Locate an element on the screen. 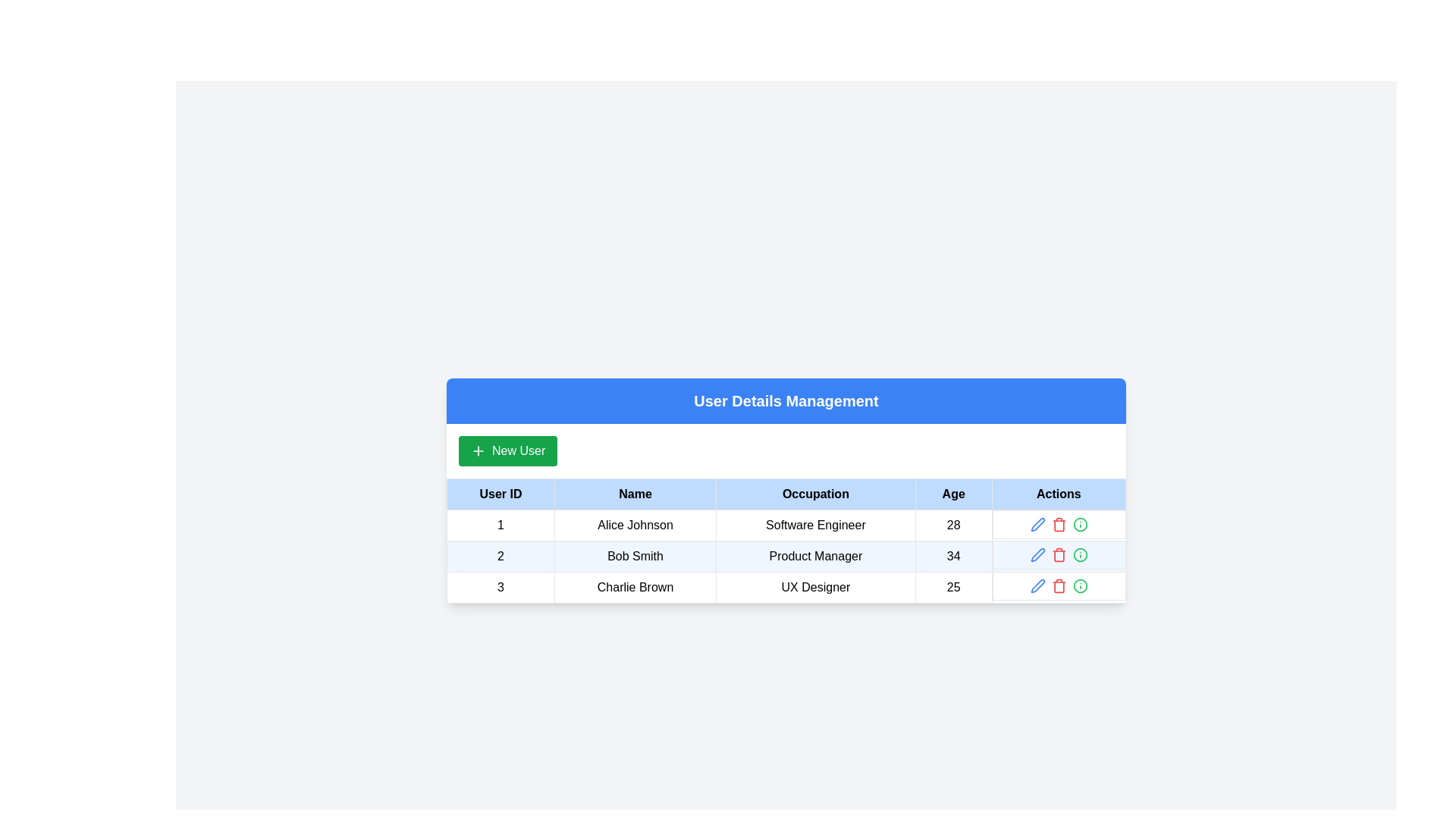 The width and height of the screenshot is (1456, 819). the text label 'UX Designer' located in the third row of the 'Occupation' column in the 'User Details Management' table is located at coordinates (814, 586).